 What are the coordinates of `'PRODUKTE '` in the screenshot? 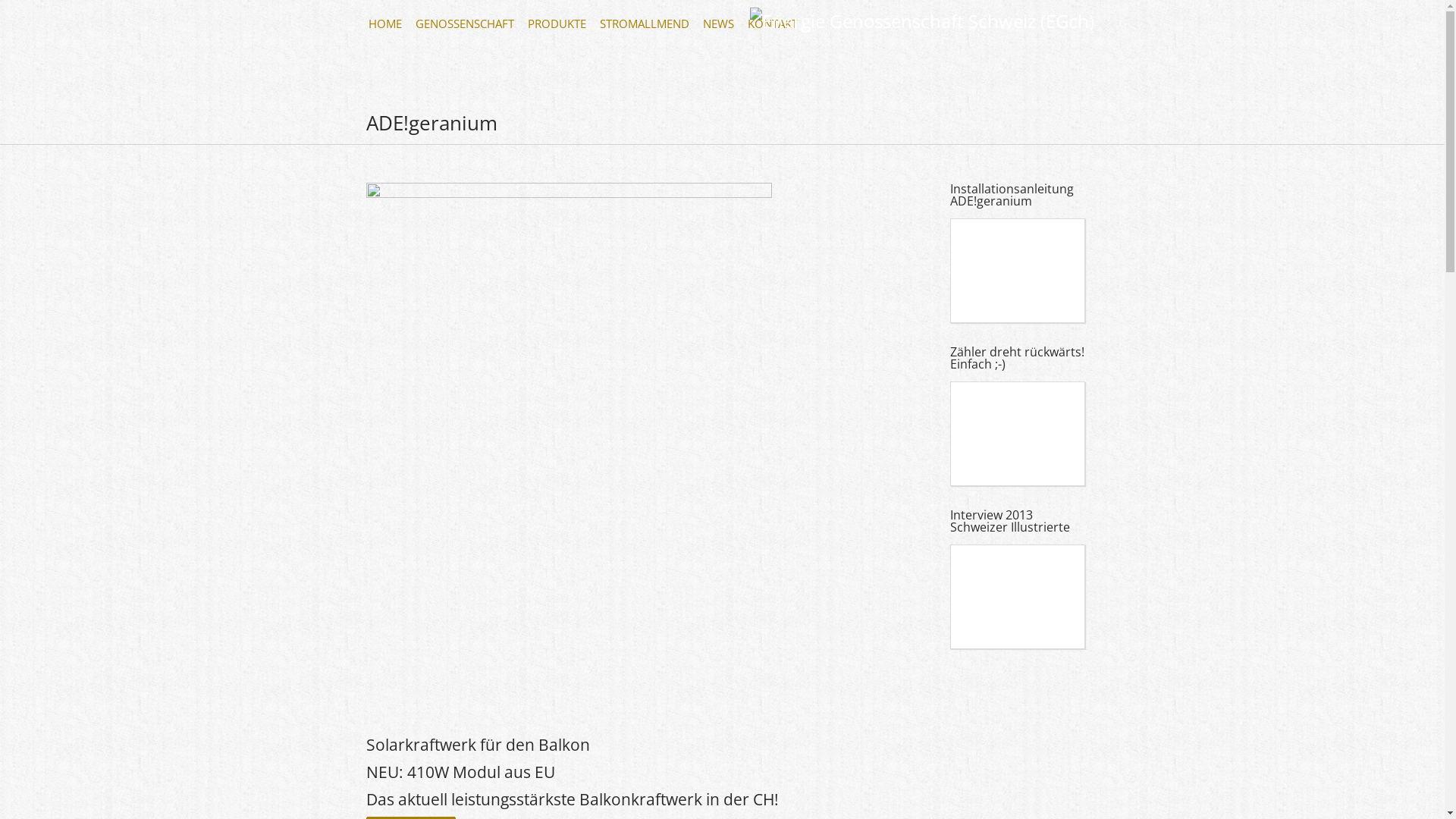 It's located at (556, 19).